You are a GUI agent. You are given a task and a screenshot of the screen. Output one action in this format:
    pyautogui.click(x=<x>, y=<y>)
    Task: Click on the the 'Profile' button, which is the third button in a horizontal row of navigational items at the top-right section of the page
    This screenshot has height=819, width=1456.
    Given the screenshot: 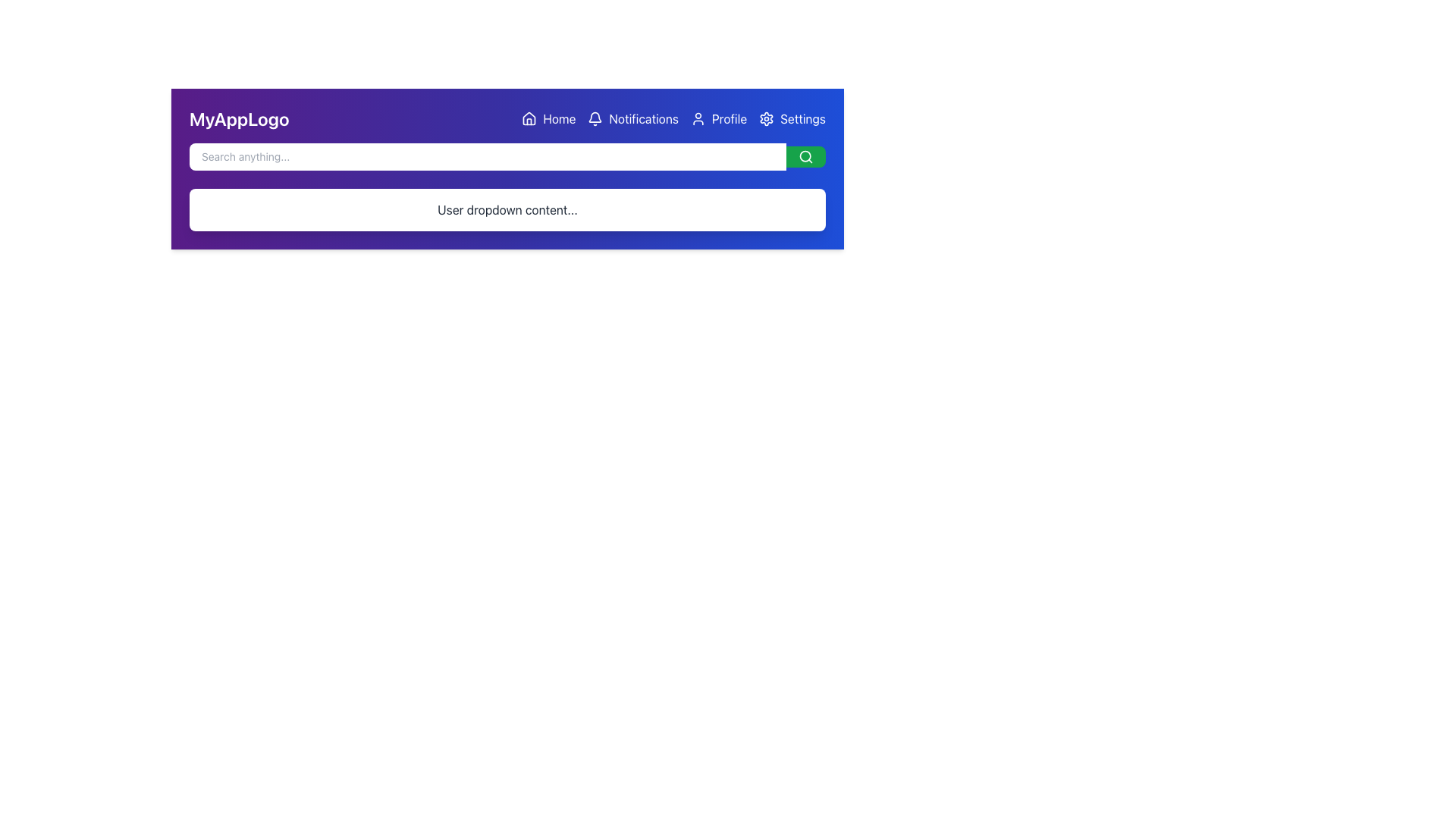 What is the action you would take?
    pyautogui.click(x=718, y=118)
    